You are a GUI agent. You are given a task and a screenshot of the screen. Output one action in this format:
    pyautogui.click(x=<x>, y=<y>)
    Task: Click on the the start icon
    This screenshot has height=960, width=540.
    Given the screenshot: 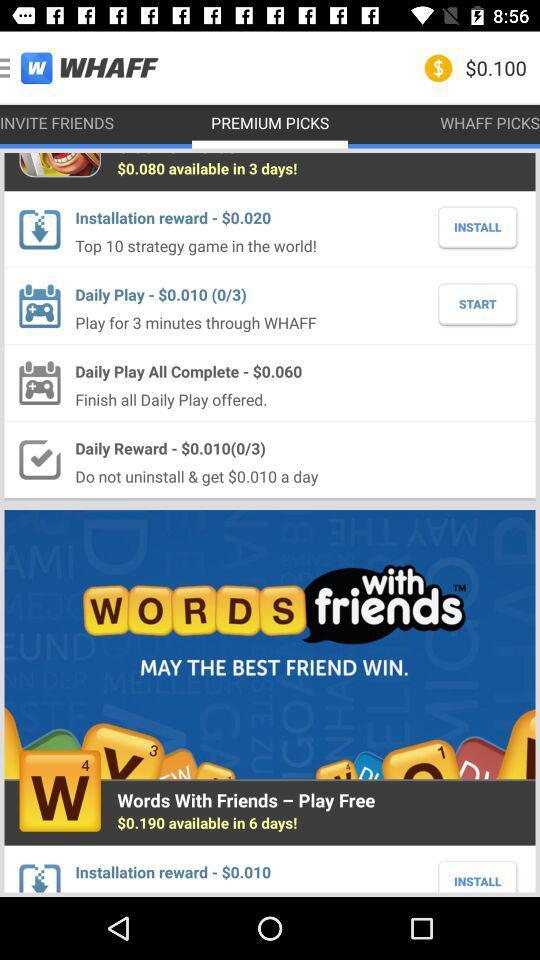 What is the action you would take?
    pyautogui.click(x=476, y=304)
    